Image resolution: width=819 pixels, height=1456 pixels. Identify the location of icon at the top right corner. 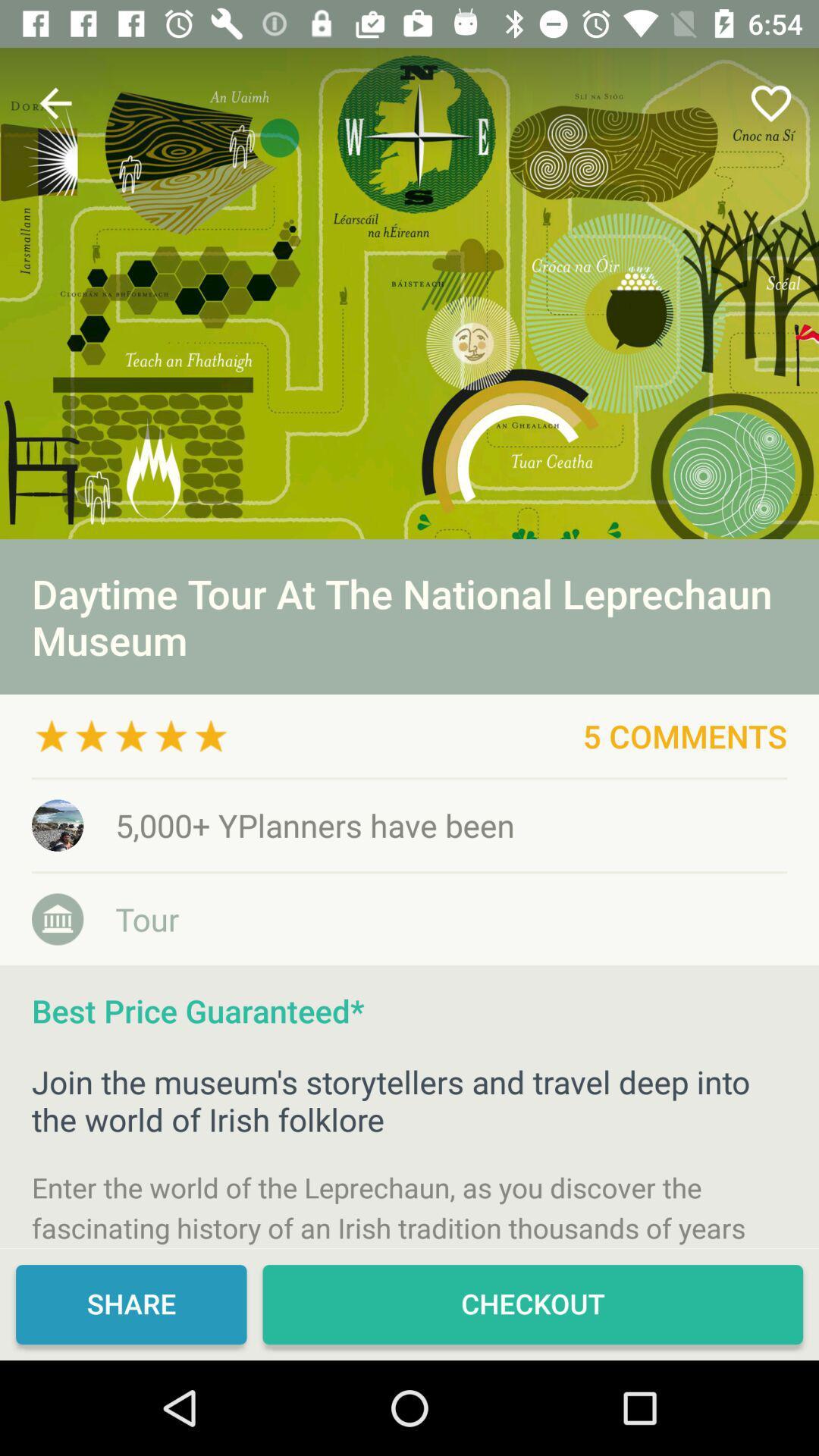
(771, 102).